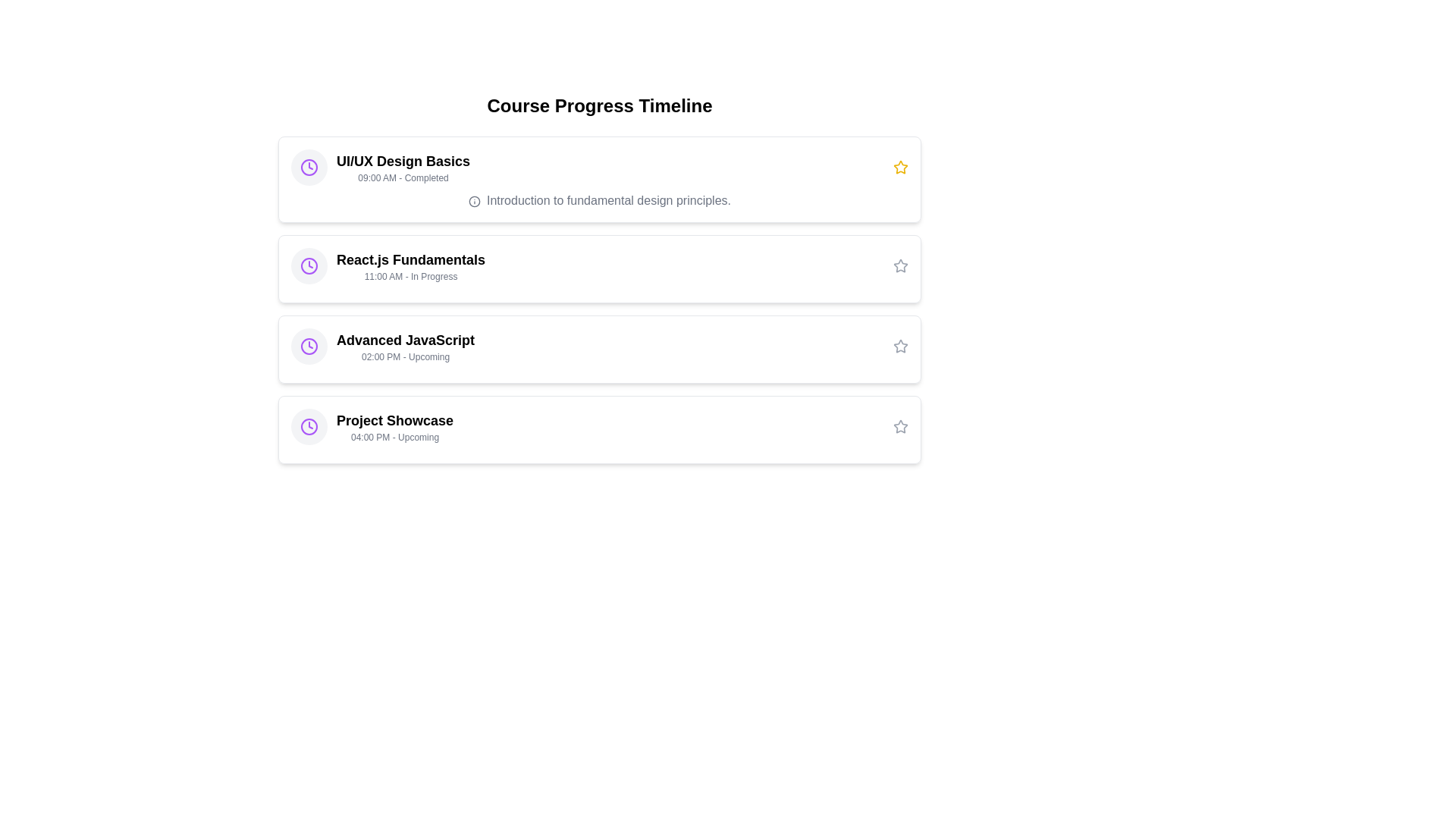 The height and width of the screenshot is (819, 1456). What do you see at coordinates (411, 277) in the screenshot?
I see `the text label displaying the schedule and status information '11:00 AM - In Progress', which is located directly beneath the header 'React.js Fundamentals' in the course card` at bounding box center [411, 277].